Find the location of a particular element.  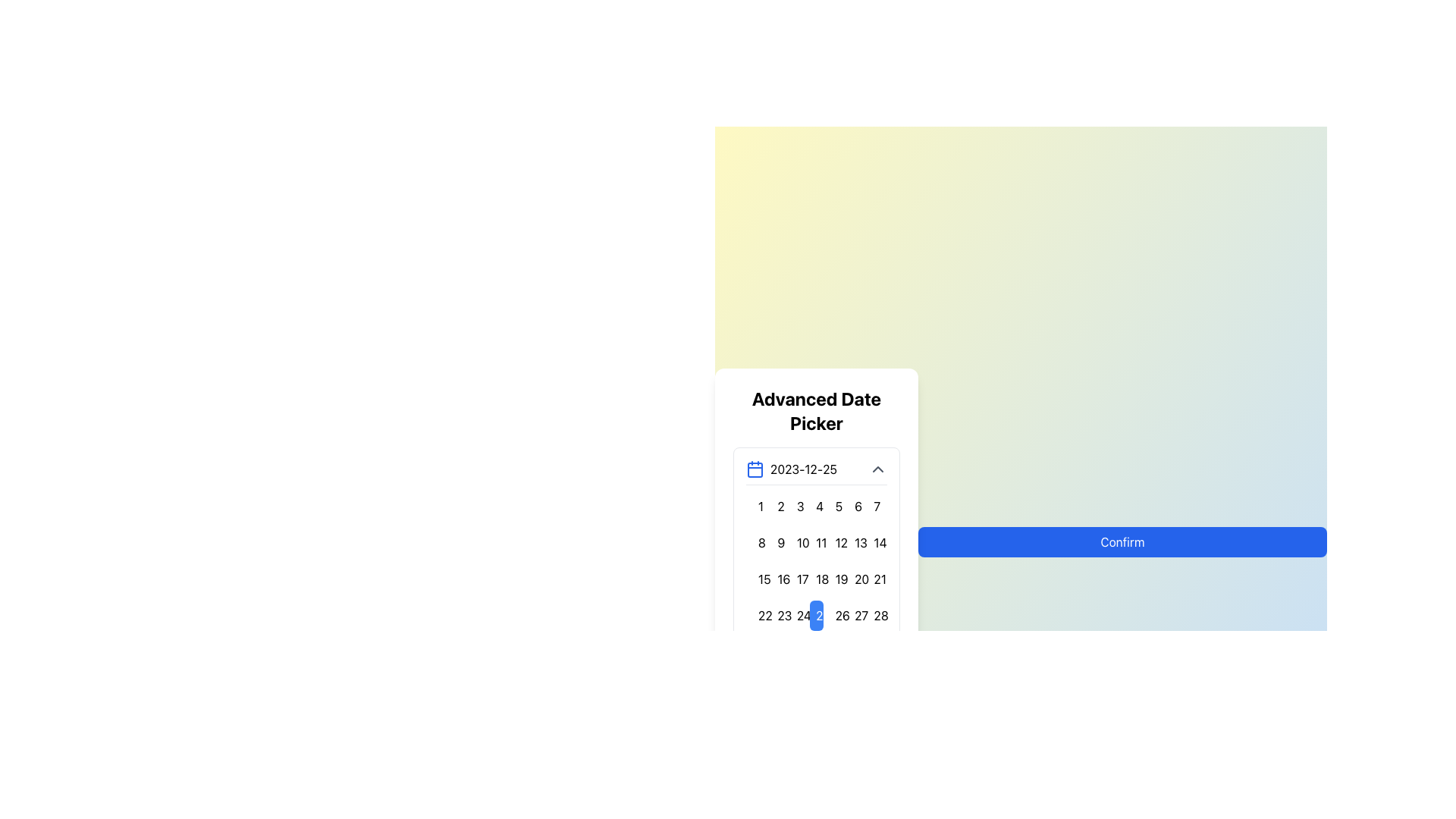

the text display showing the date '2023-12-25' which is positioned adjacent to the calendar icon within the date picker module is located at coordinates (803, 468).